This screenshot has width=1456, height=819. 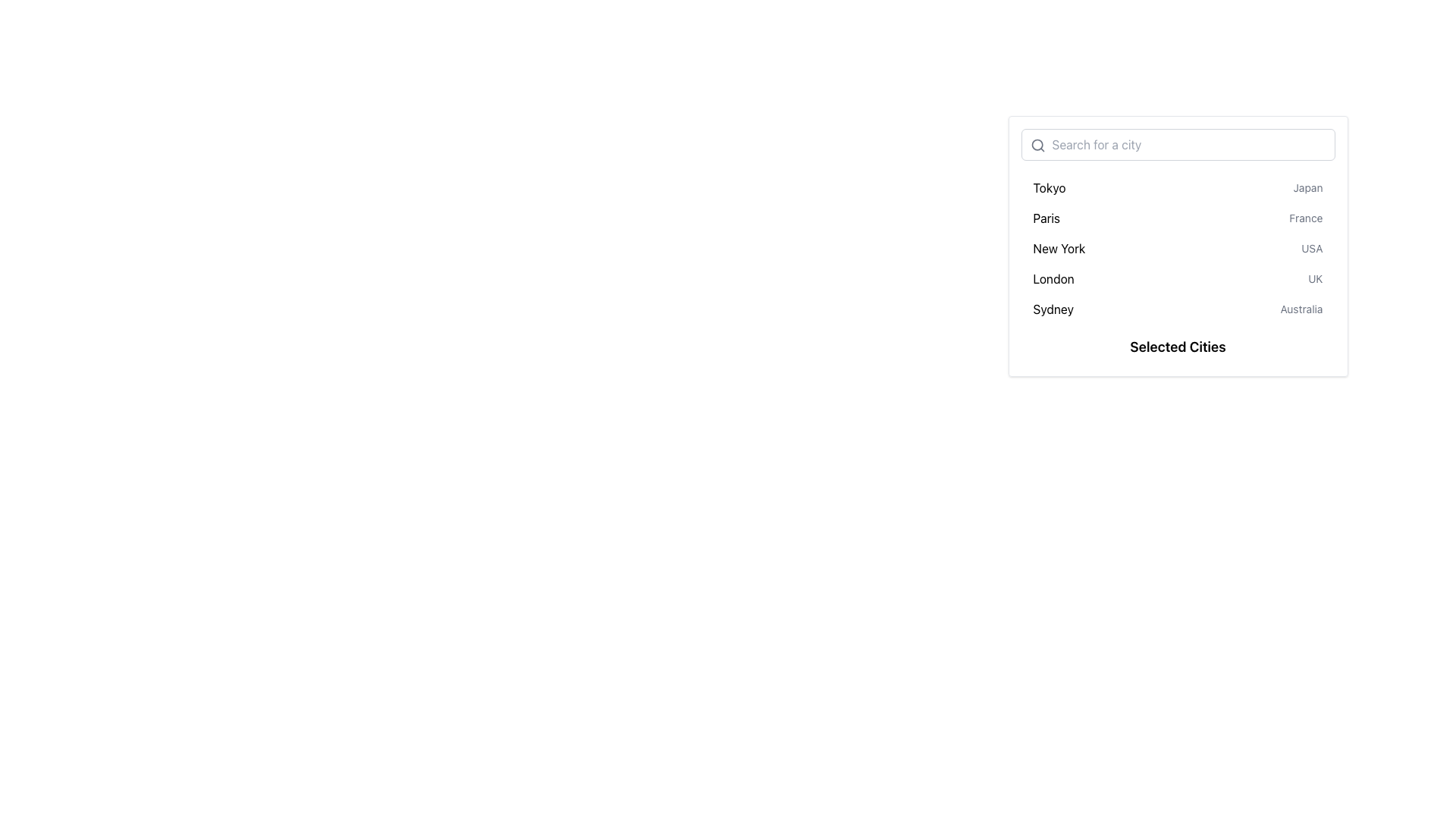 I want to click on the third row of the city selection panel which displays 'New York' on the left and 'USA' on the right, so click(x=1177, y=247).